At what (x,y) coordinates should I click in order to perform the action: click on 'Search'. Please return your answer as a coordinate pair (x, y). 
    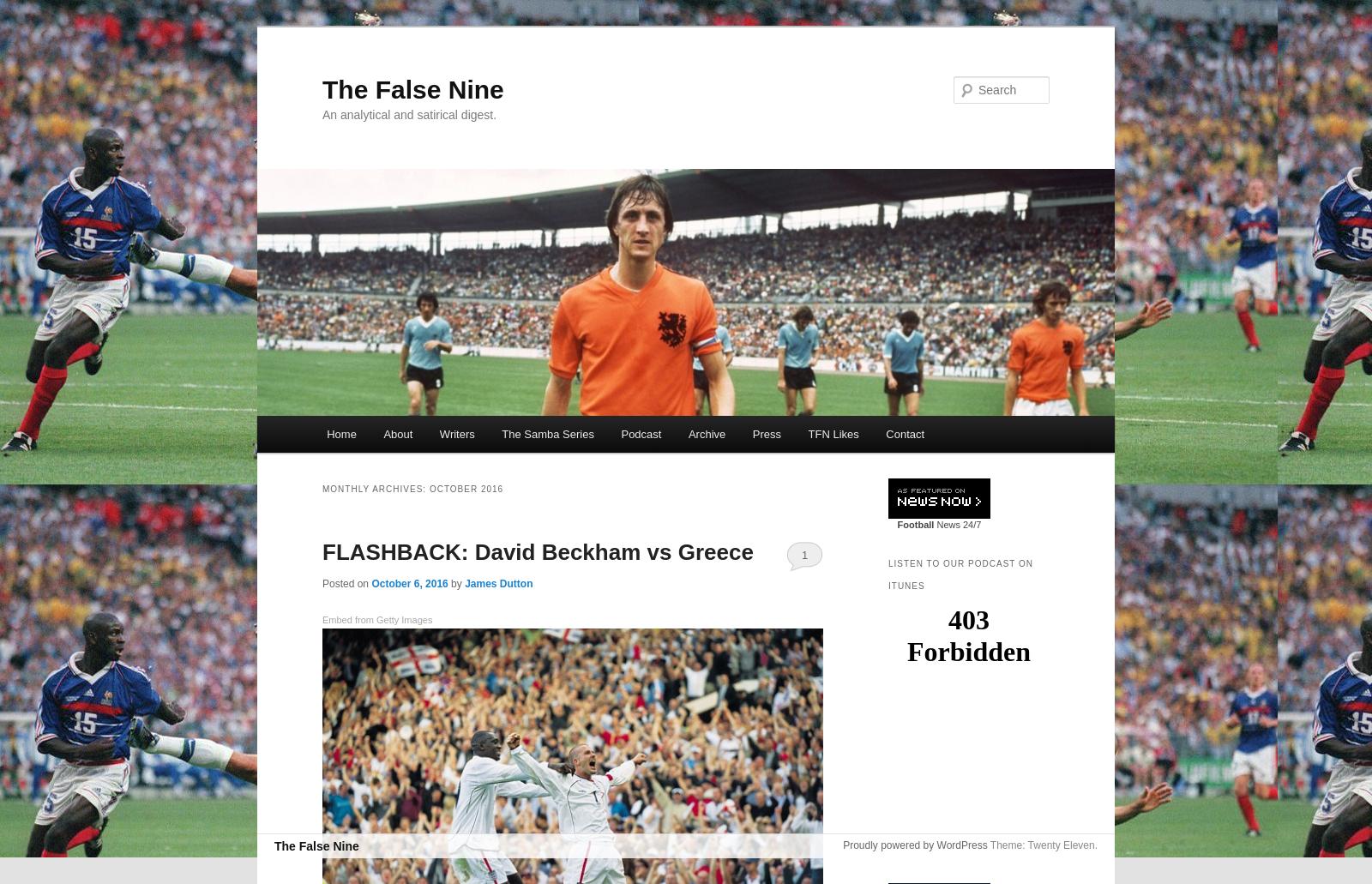
    Looking at the image, I should click on (1068, 86).